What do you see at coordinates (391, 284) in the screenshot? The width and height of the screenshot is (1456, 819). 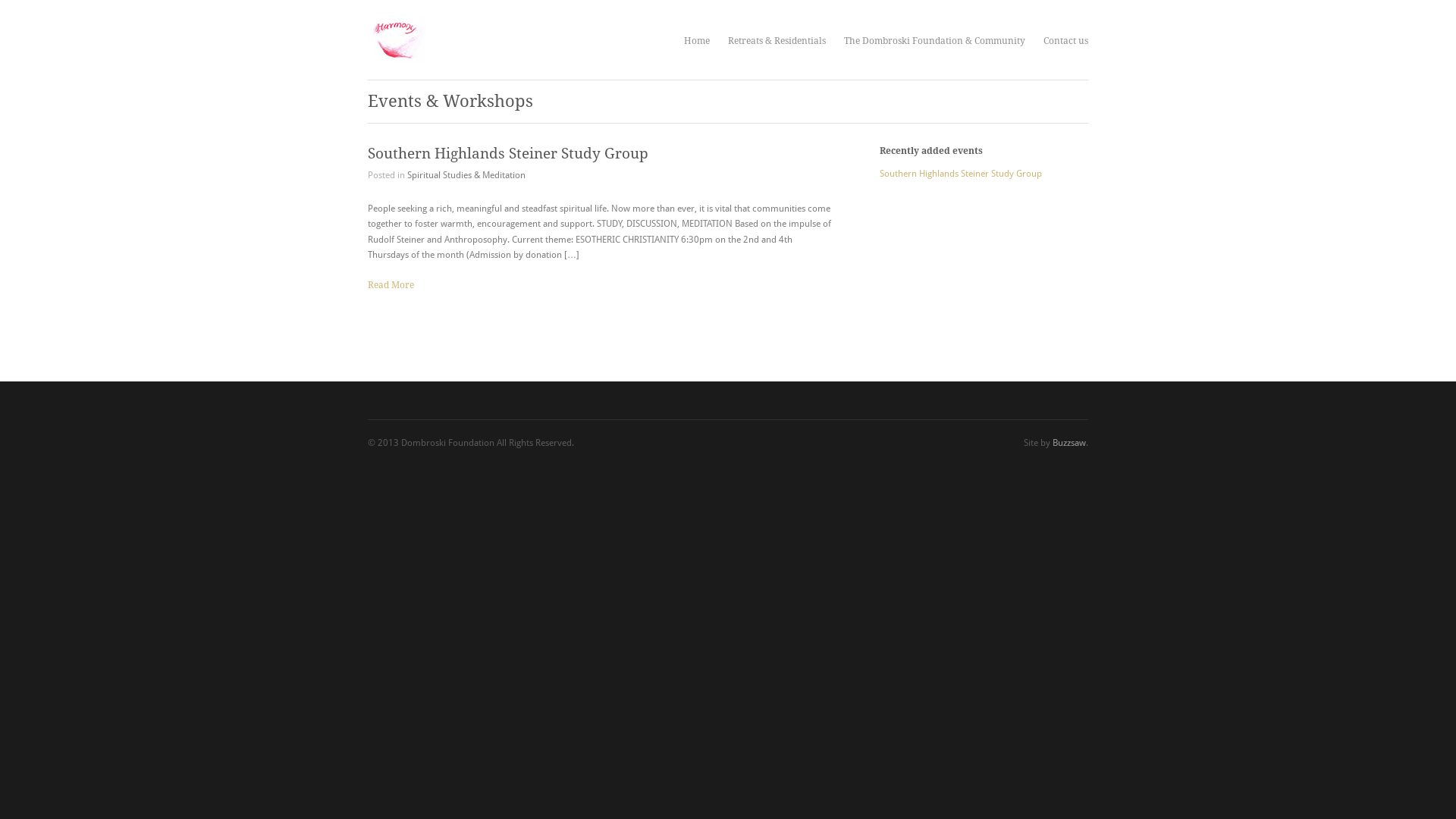 I see `'Read More'` at bounding box center [391, 284].